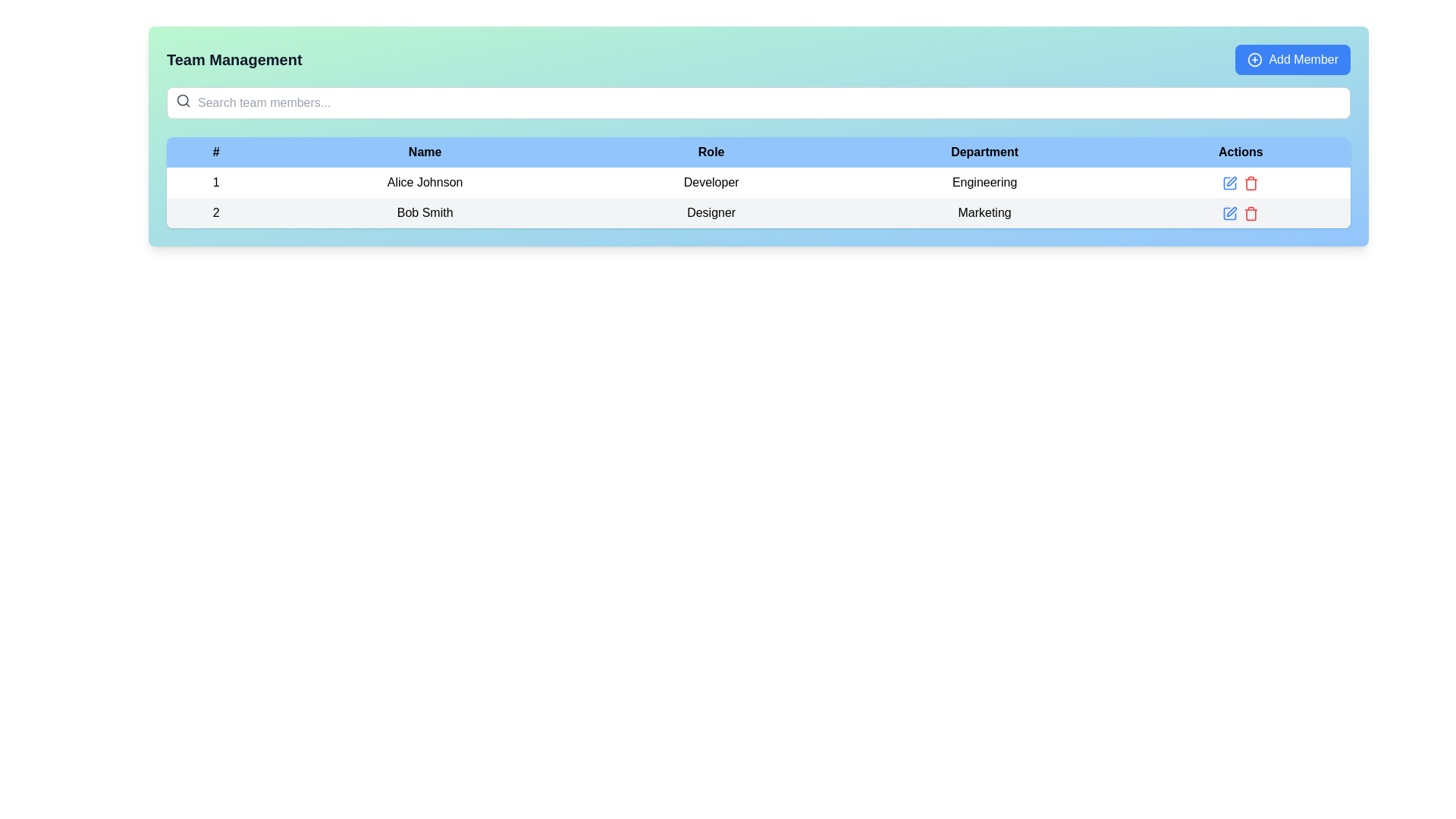 The height and width of the screenshot is (819, 1456). I want to click on the delete button for 'Bob Smith' in the Actions column of the table, so click(1251, 213).